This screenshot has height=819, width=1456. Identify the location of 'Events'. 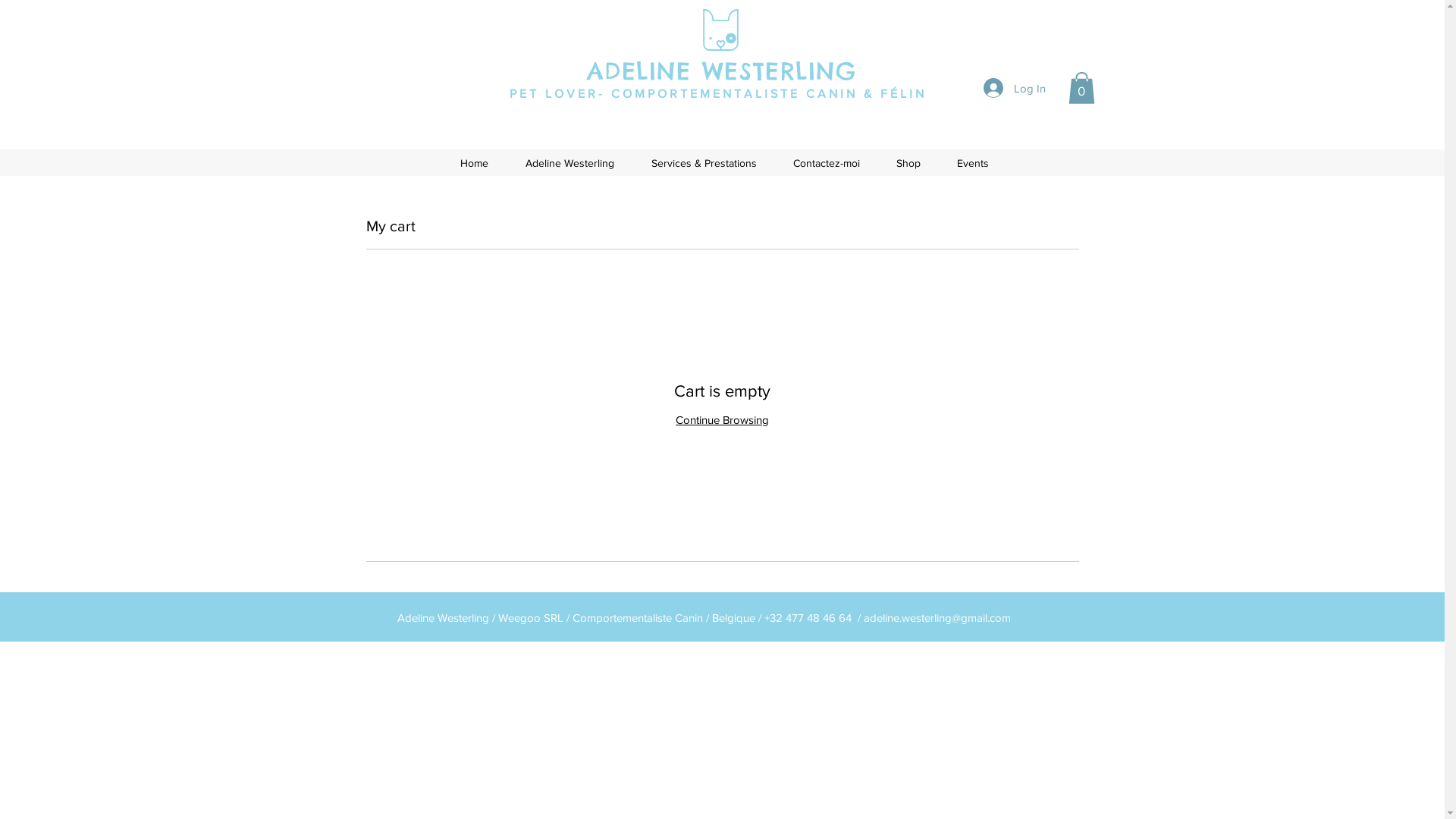
(972, 163).